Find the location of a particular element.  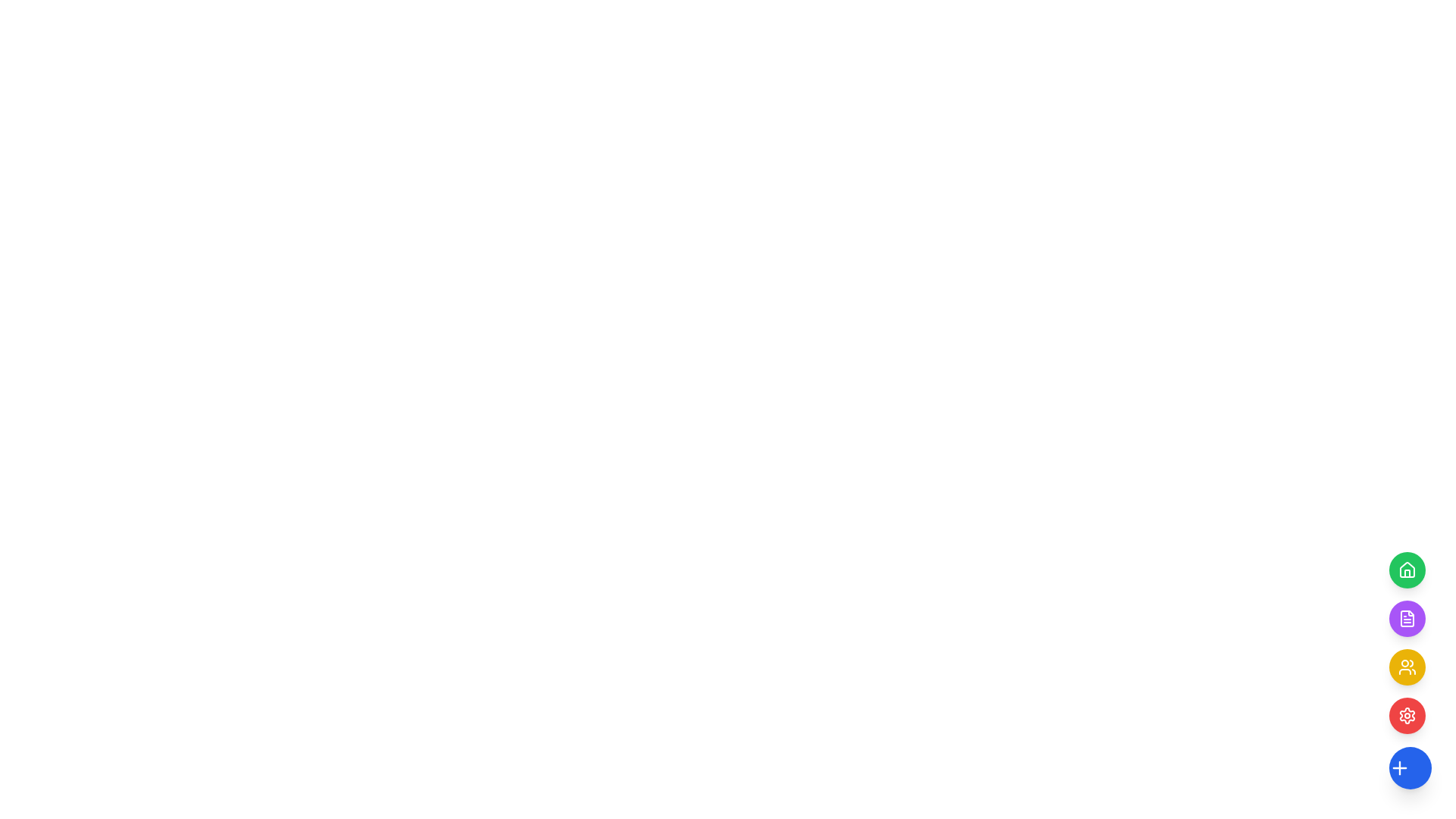

the home navigation icon located in the uppermost circular button of a vertical stack of five similar buttons near the right edge of the interface is located at coordinates (1407, 570).